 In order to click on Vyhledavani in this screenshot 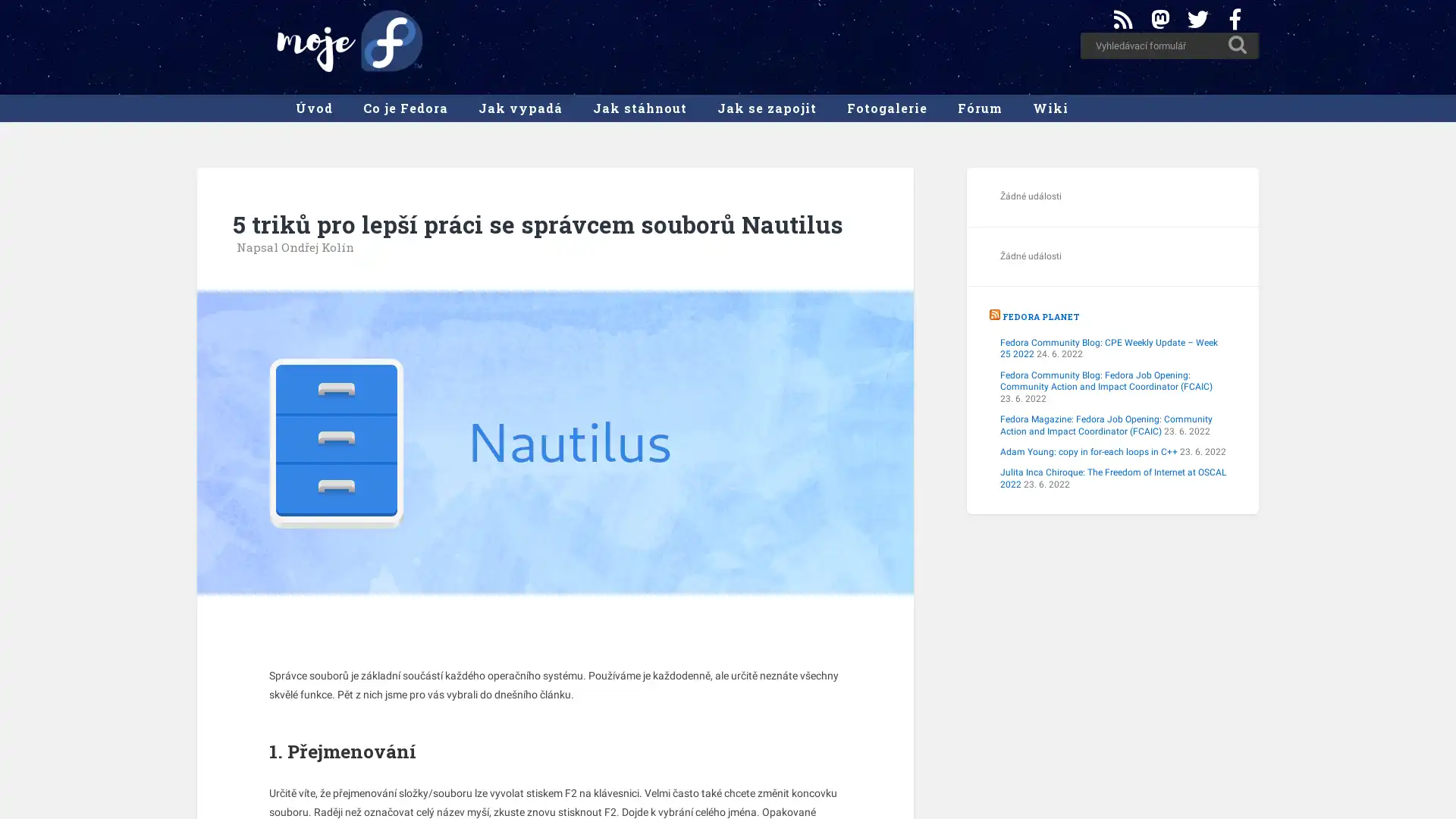, I will do `click(1238, 43)`.